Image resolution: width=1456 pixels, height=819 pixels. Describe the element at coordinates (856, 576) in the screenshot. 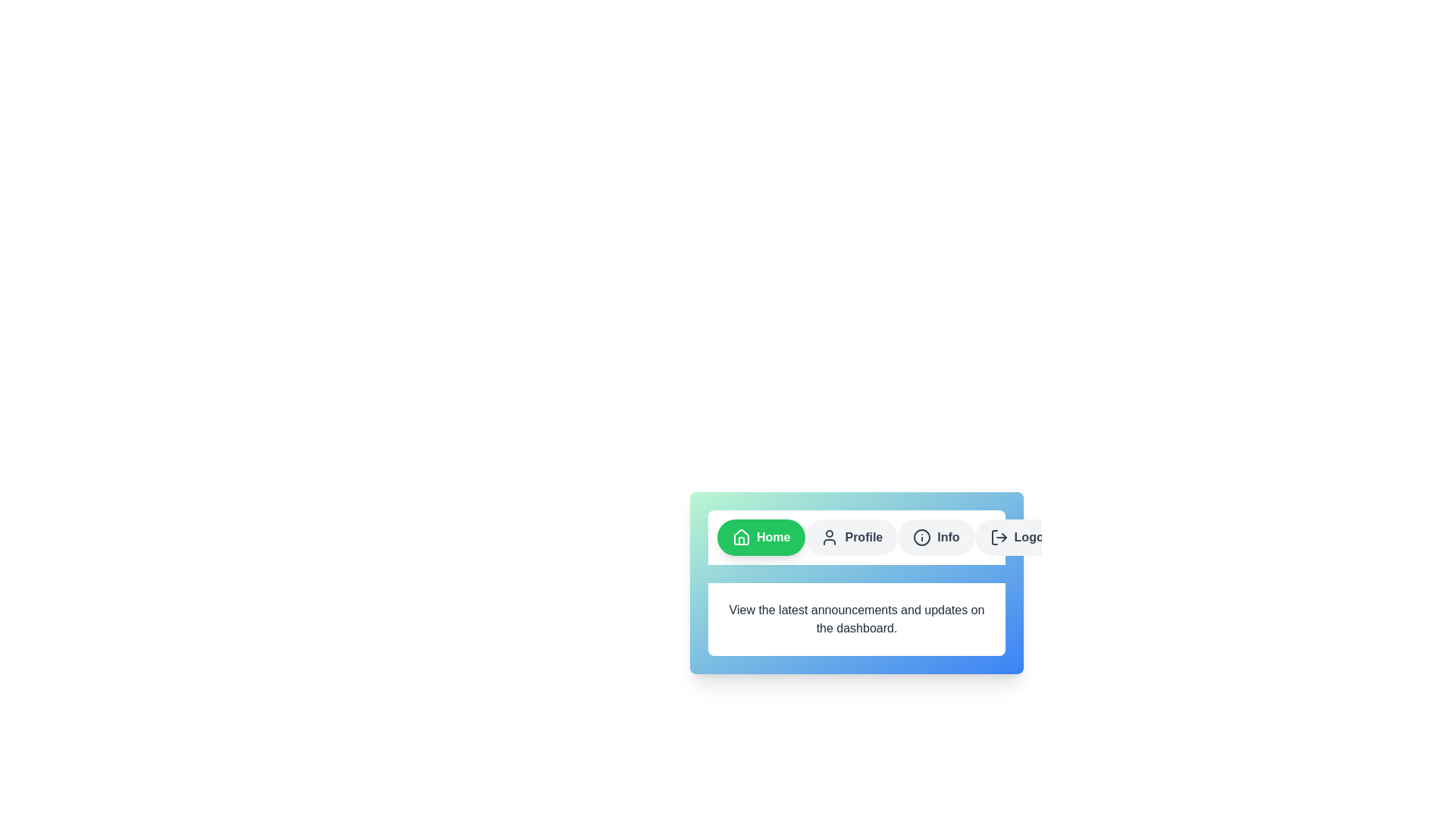

I see `the Informational text box located below the navigation bar, which displays important updates and announcements` at that location.